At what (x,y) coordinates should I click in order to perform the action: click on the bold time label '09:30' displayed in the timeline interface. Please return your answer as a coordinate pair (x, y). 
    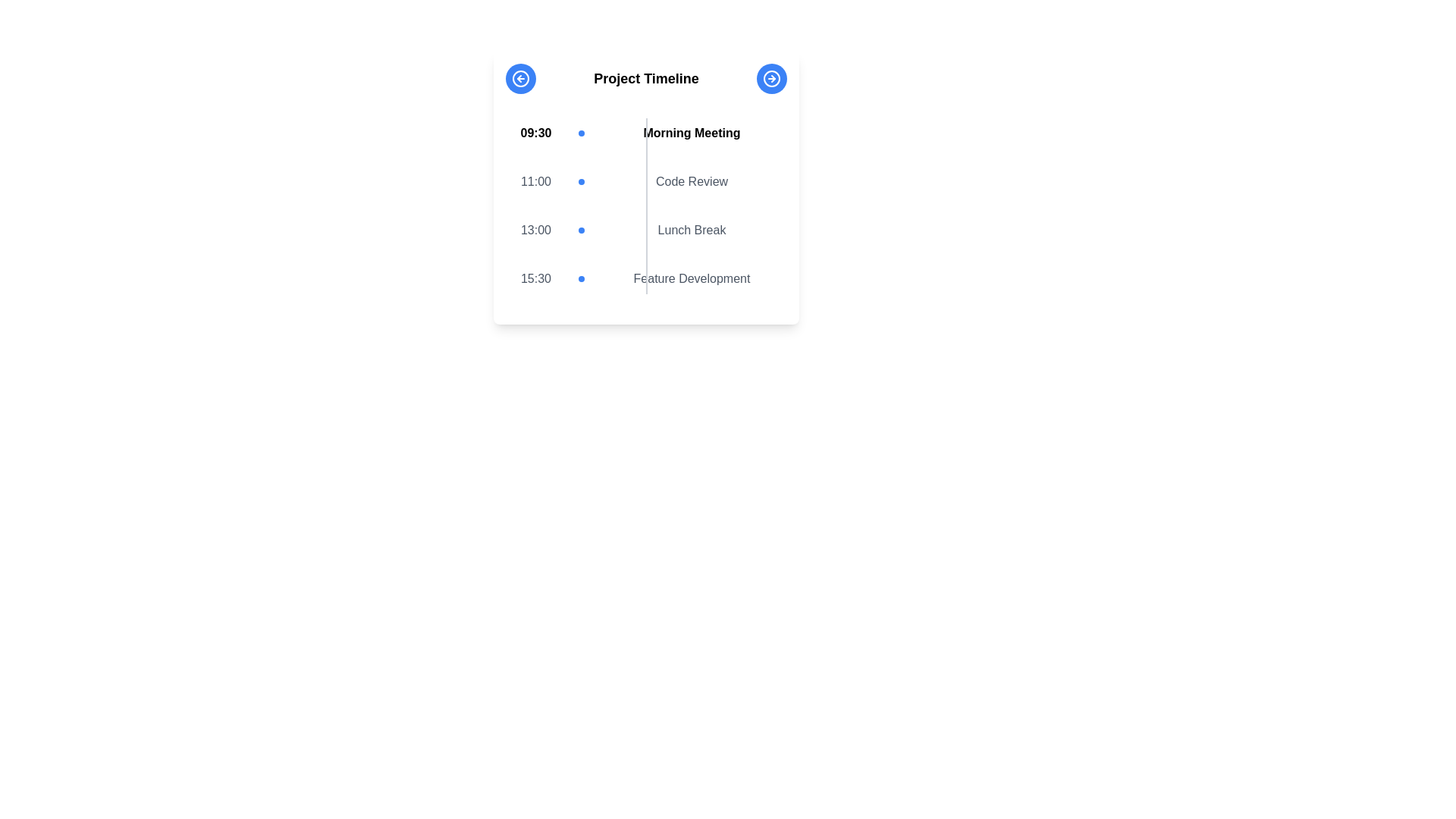
    Looking at the image, I should click on (535, 133).